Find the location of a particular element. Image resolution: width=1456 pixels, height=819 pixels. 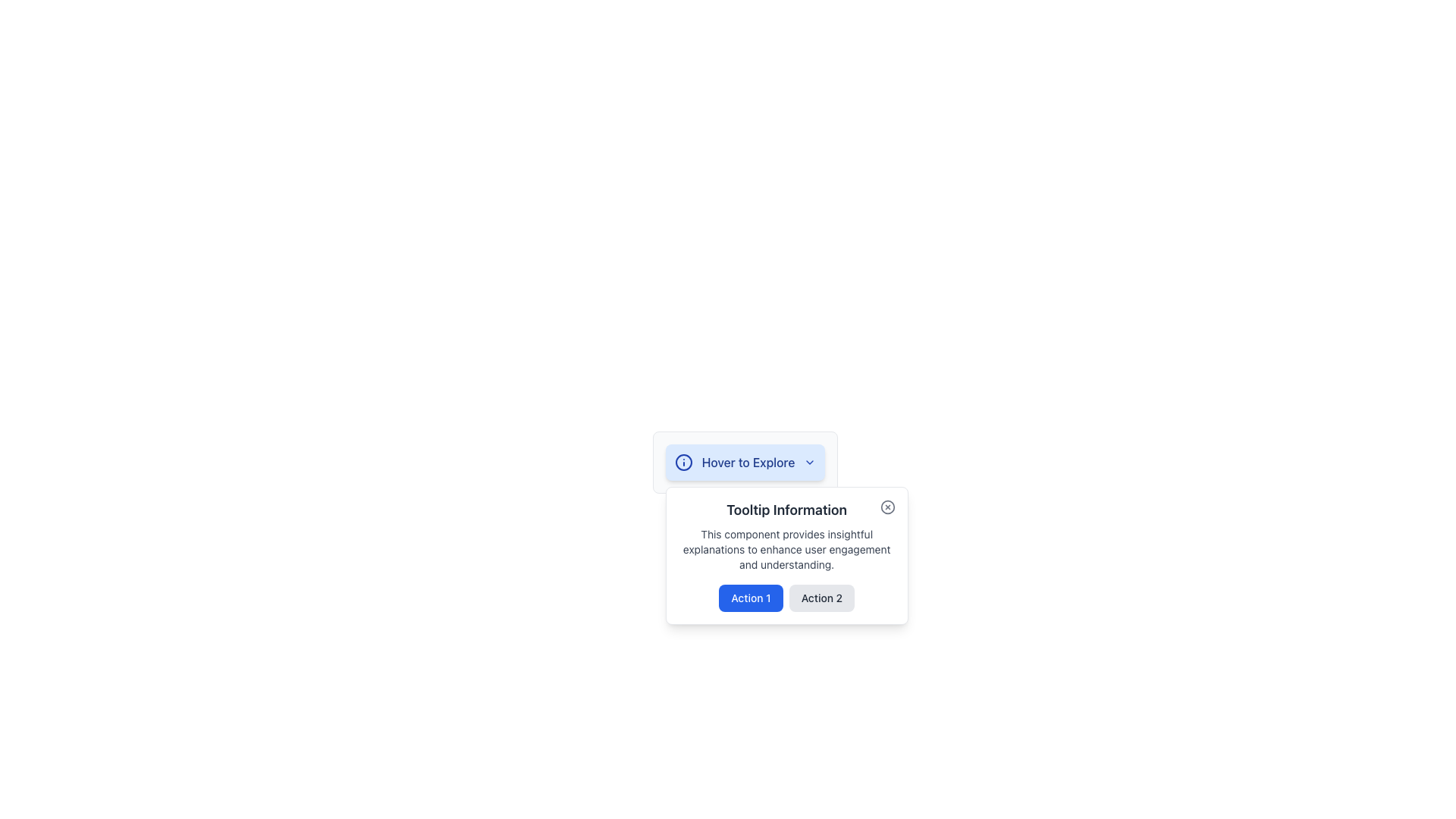

the blue button labeled 'Hover is located at coordinates (745, 461).